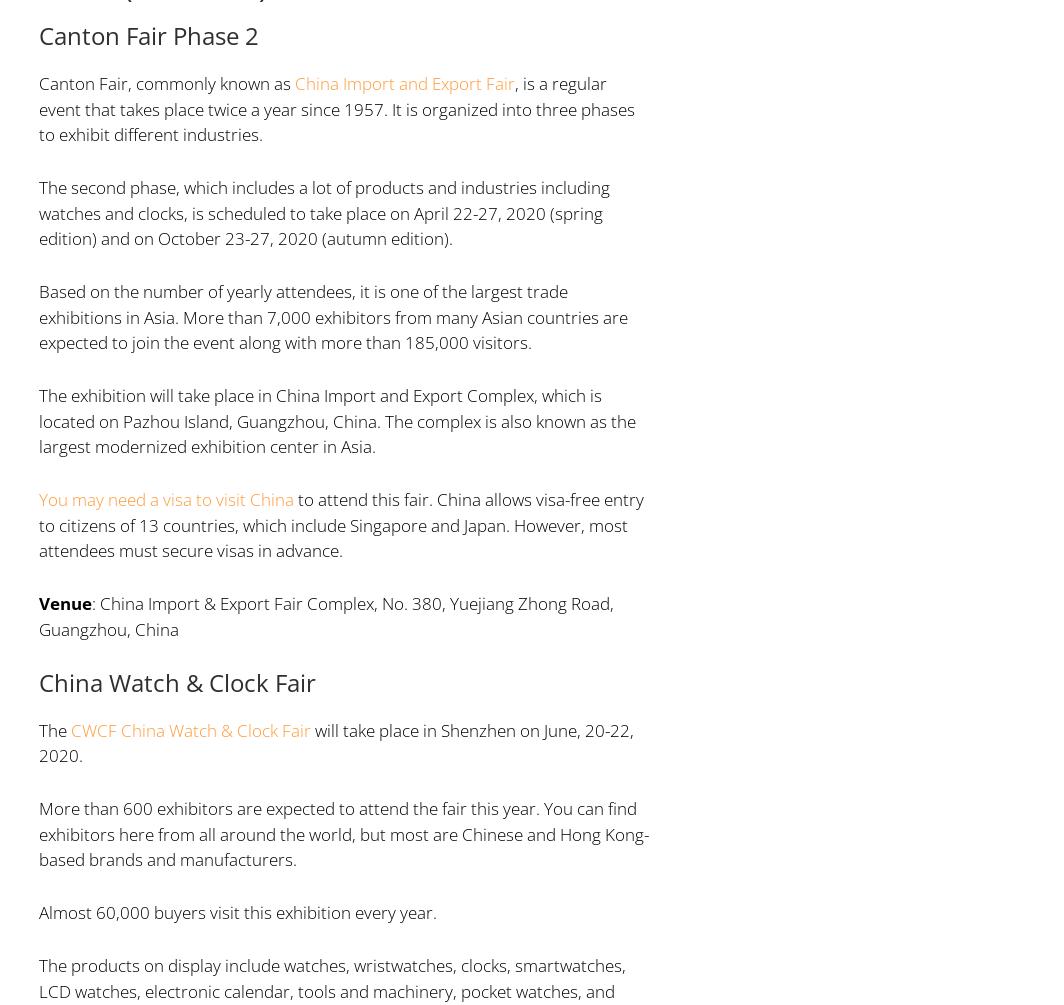  What do you see at coordinates (323, 211) in the screenshot?
I see `'The second phase, which includes a lot of products and industries including watches and clocks, is scheduled to take place on April 22-27, 2020 (spring edition) and on October 23-27, 2020 (autumn edition).'` at bounding box center [323, 211].